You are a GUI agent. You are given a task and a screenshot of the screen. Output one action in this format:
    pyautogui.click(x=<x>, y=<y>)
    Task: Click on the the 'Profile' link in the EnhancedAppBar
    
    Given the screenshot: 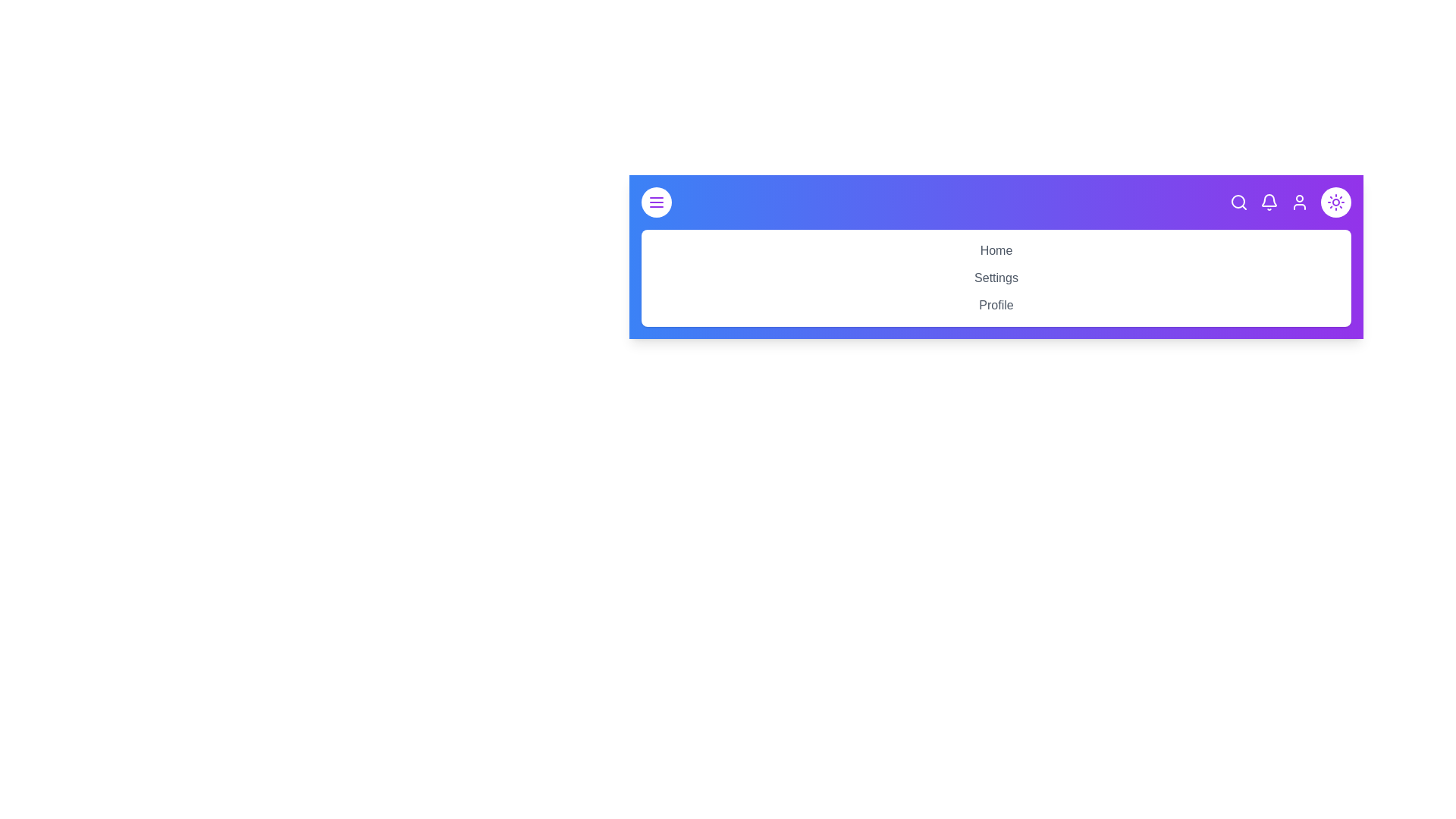 What is the action you would take?
    pyautogui.click(x=996, y=304)
    